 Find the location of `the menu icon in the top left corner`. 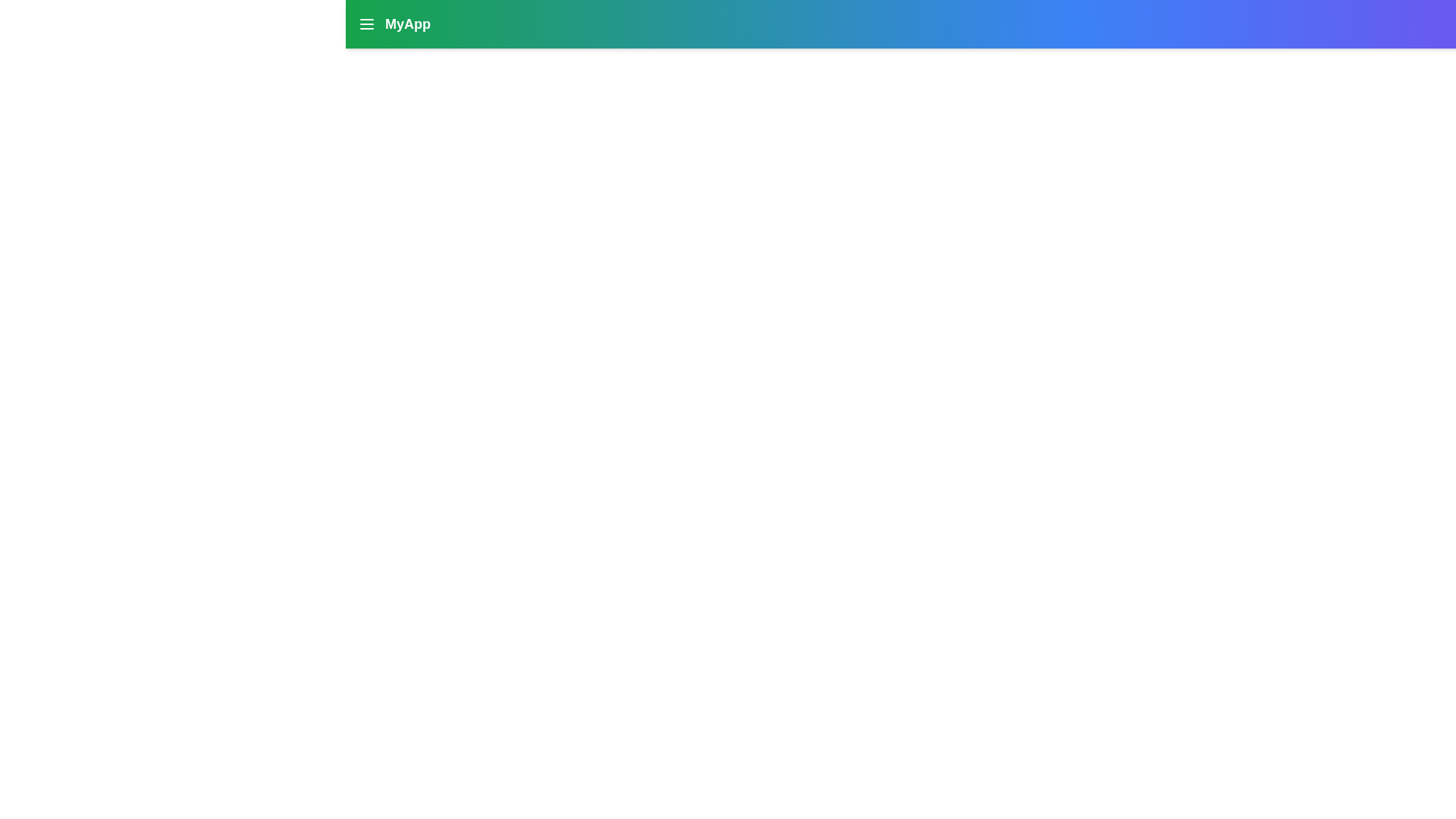

the menu icon in the top left corner is located at coordinates (367, 24).